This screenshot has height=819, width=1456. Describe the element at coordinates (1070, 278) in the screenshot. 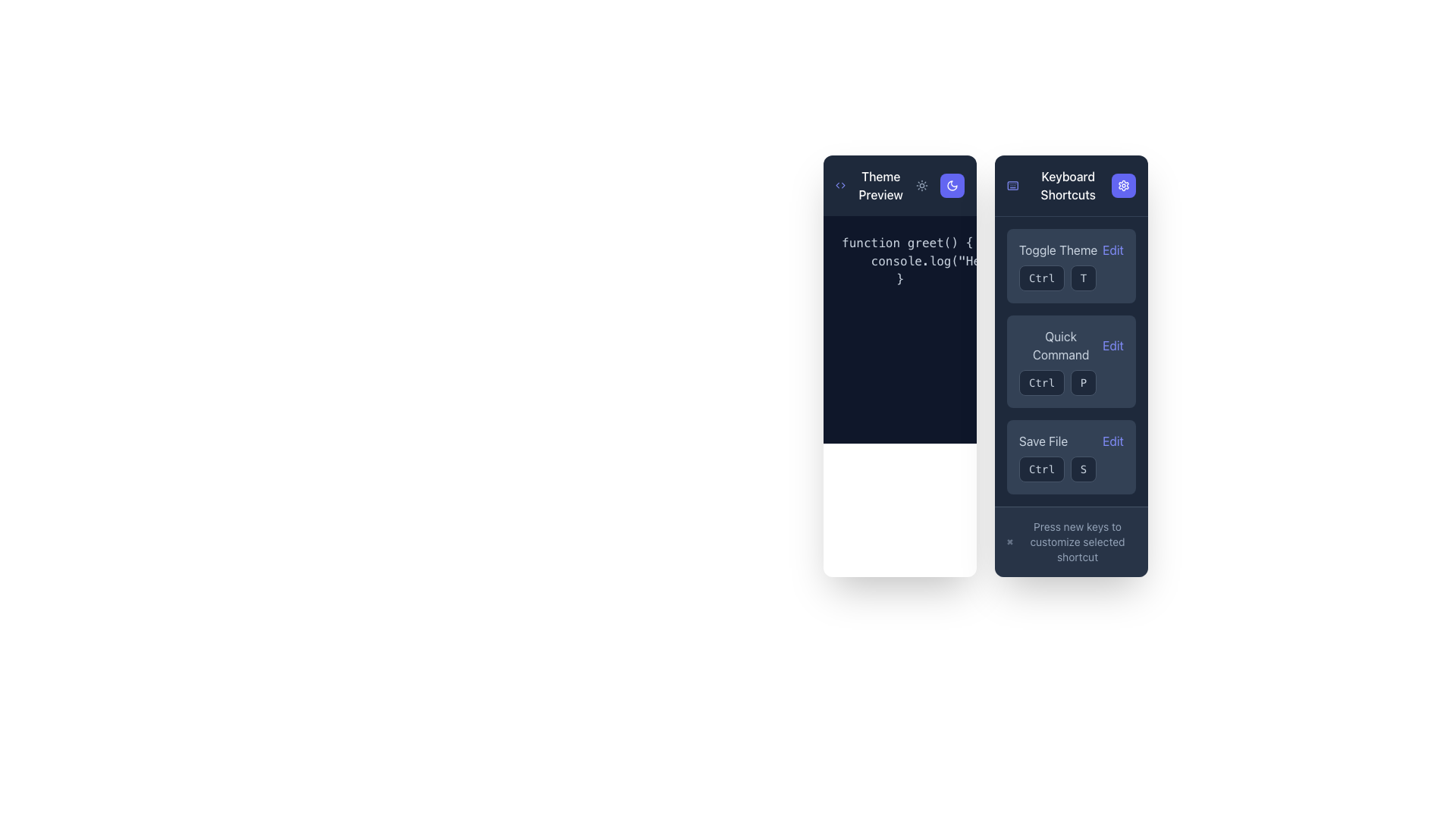

I see `keyboard shortcut indicator displaying 'Ctrl + T' for toggling the theme setting, located under 'Toggle Theme Edit' in the 'Keyboard Shortcuts' panel` at that location.